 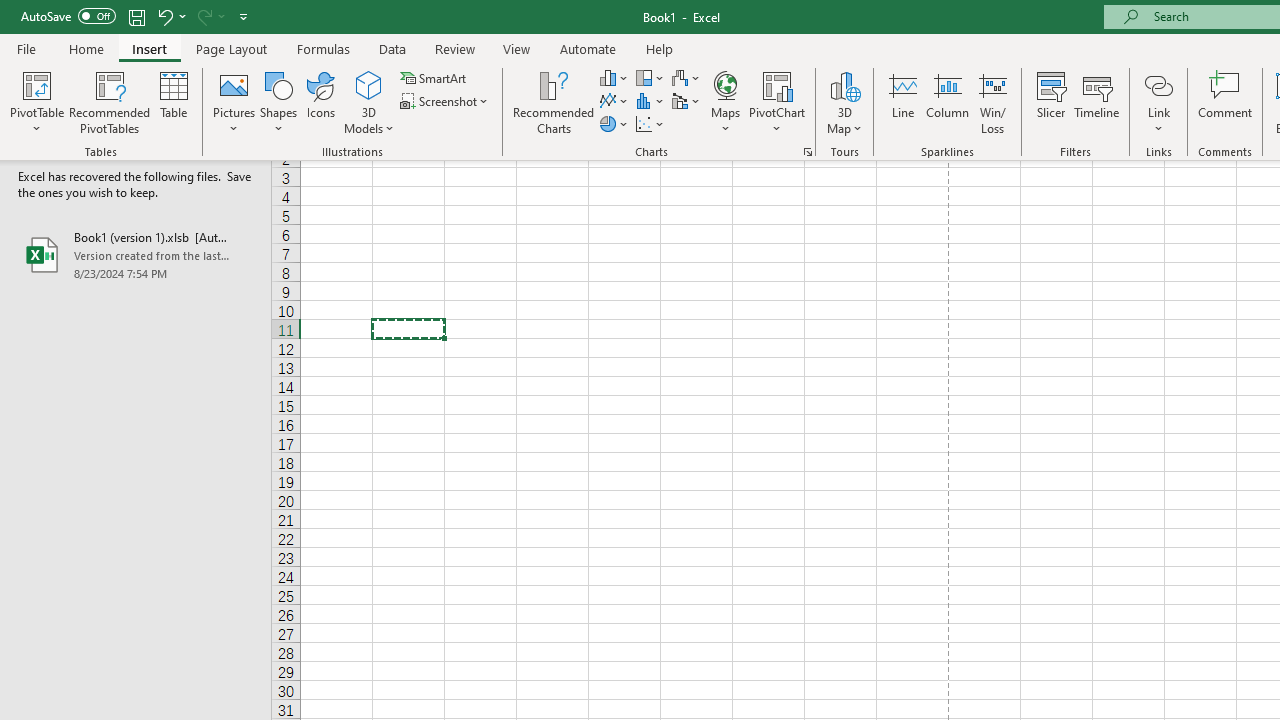 What do you see at coordinates (68, 16) in the screenshot?
I see `'AutoSave'` at bounding box center [68, 16].